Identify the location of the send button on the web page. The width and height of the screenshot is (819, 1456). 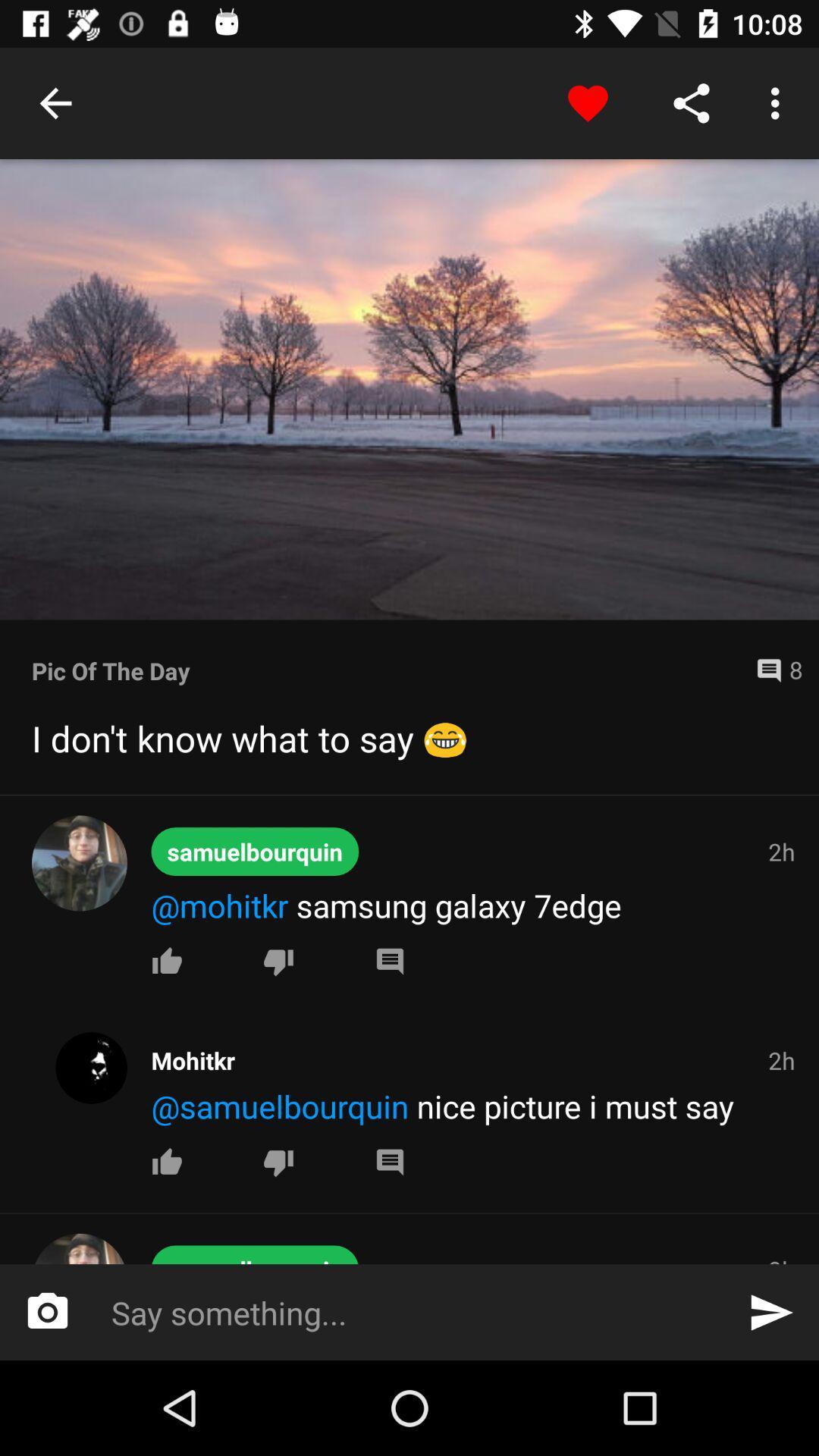
(771, 1312).